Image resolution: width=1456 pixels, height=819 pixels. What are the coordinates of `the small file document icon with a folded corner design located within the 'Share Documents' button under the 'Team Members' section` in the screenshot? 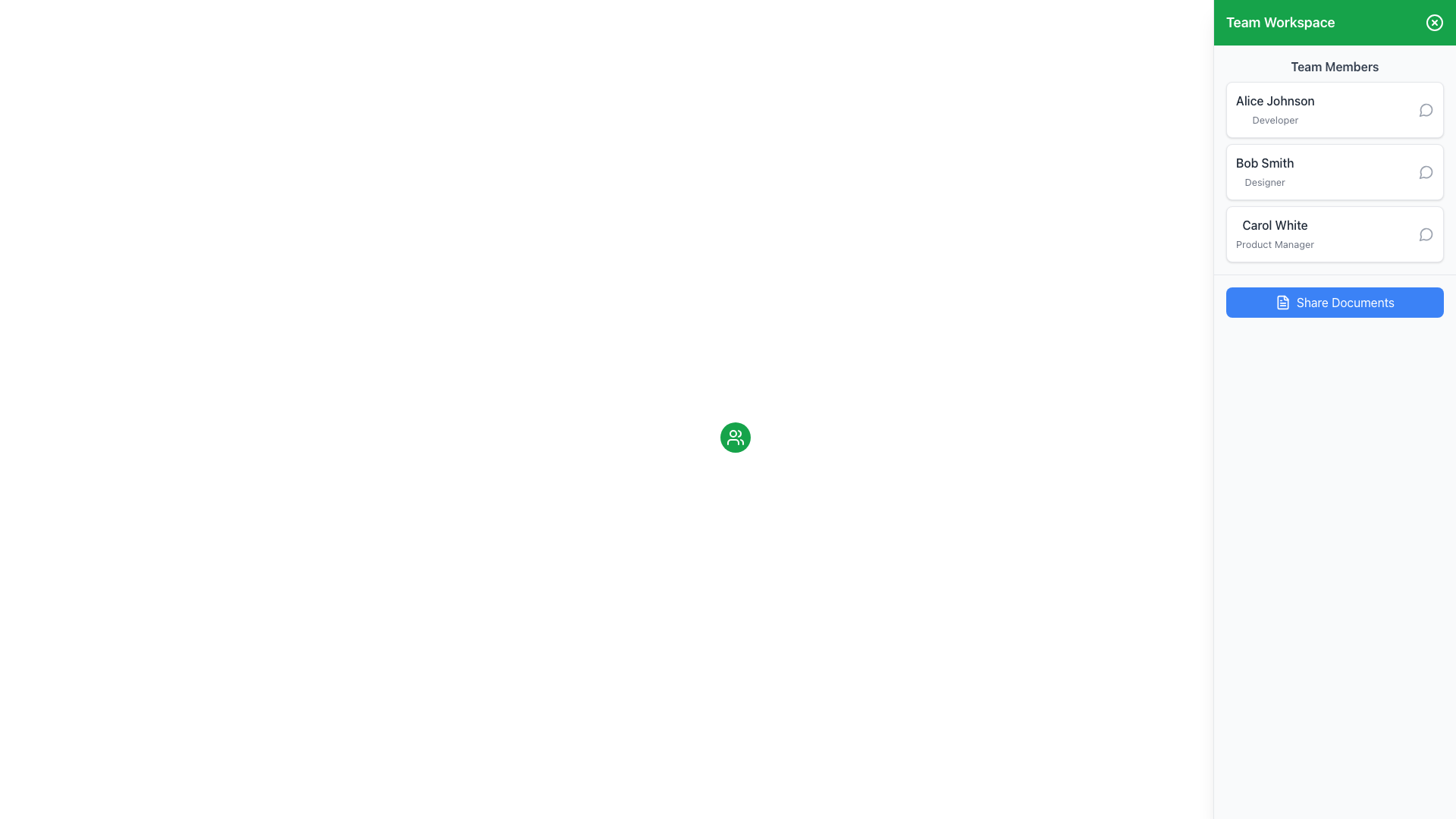 It's located at (1282, 302).